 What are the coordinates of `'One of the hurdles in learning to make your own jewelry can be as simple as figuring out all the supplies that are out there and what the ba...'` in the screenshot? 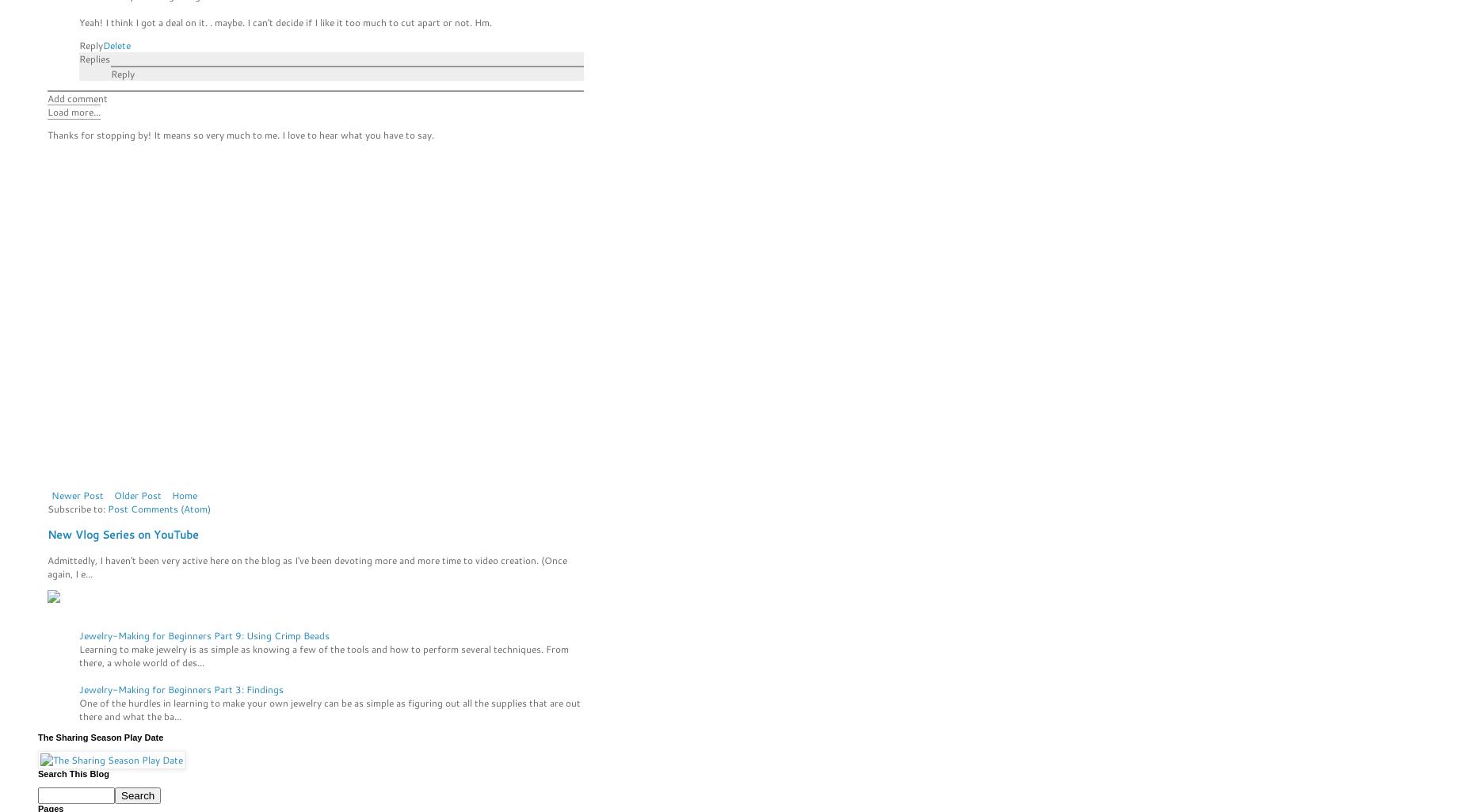 It's located at (329, 708).